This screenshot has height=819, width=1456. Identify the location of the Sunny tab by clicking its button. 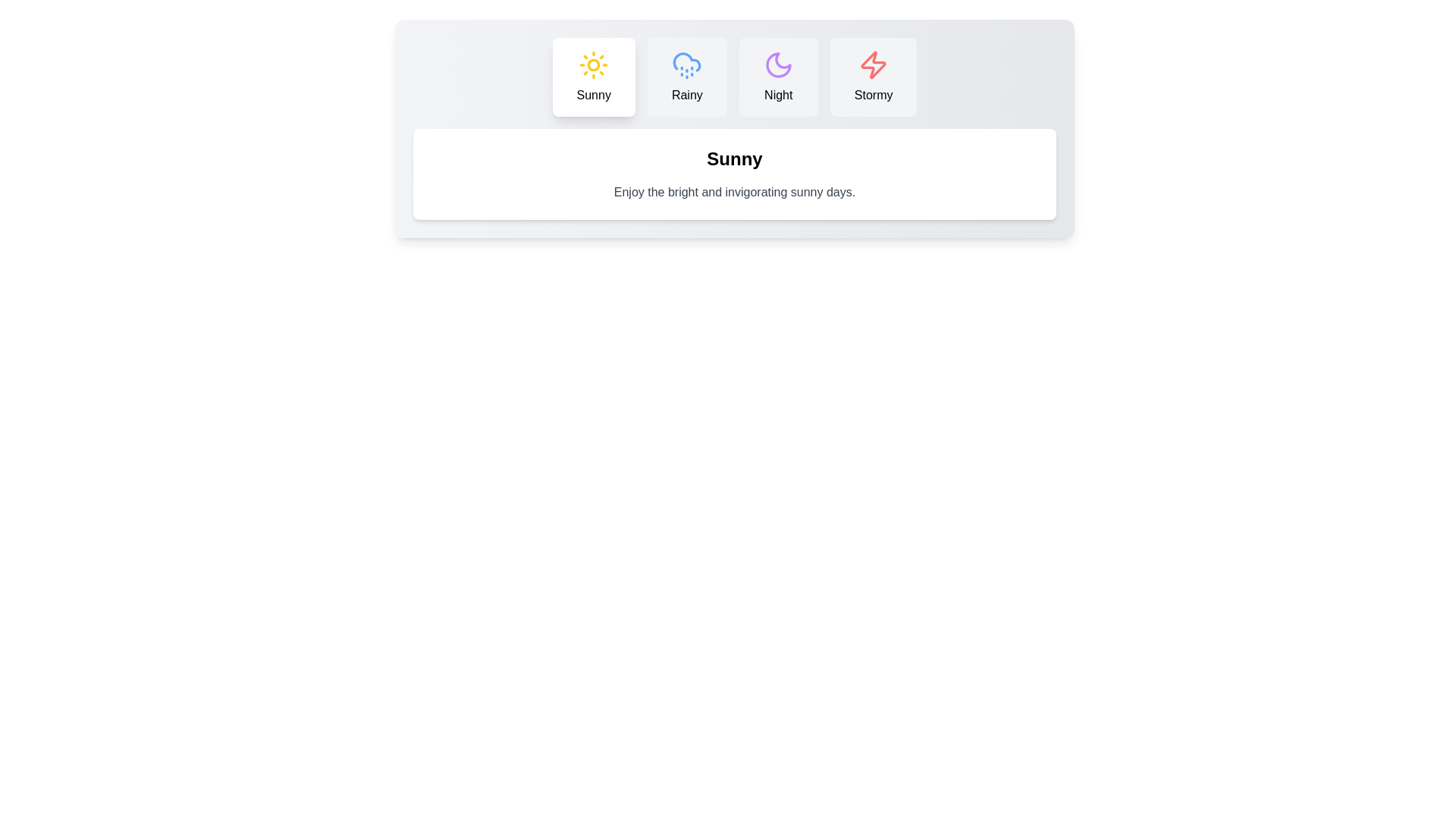
(593, 77).